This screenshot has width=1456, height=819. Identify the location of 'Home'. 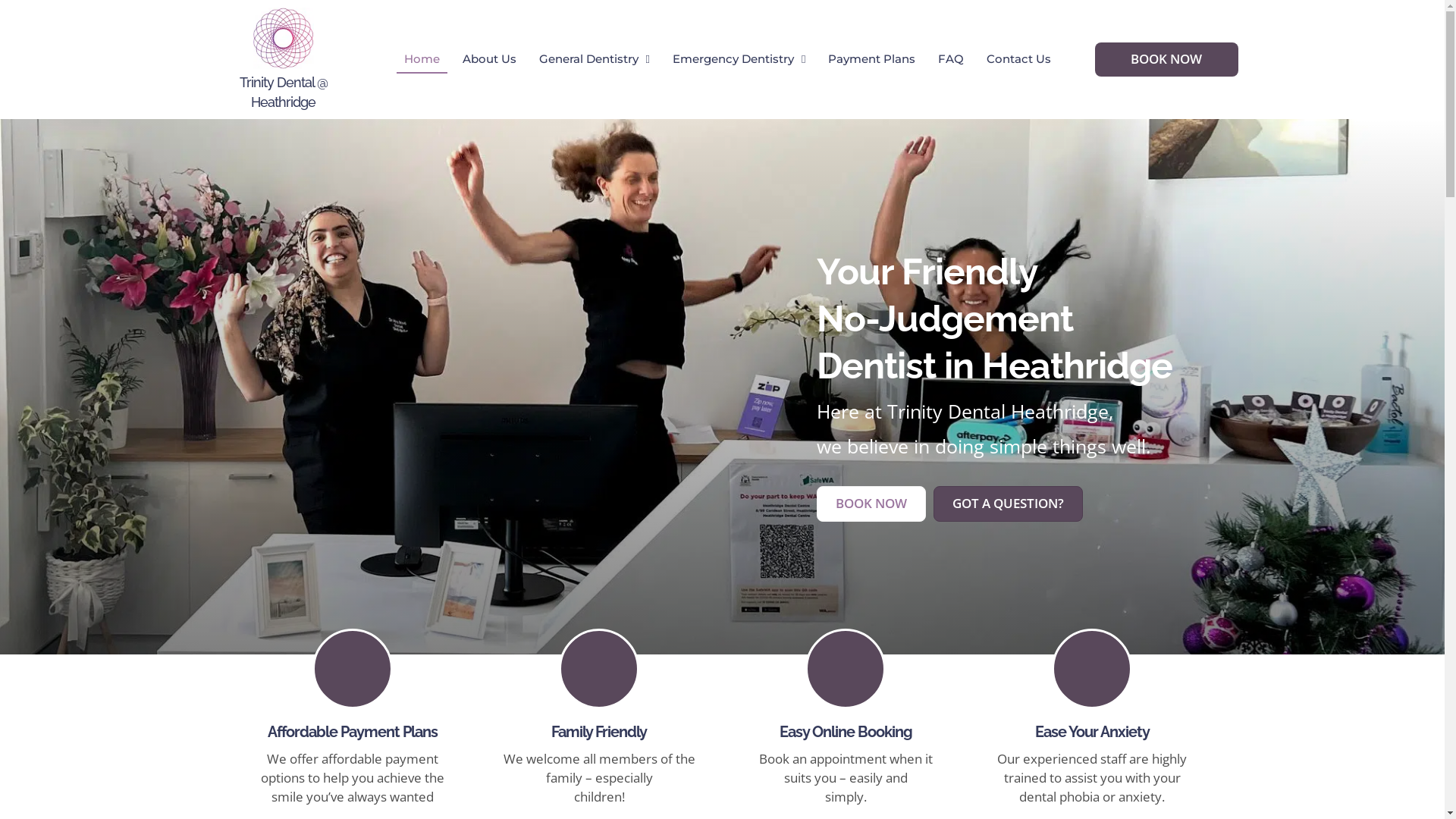
(422, 58).